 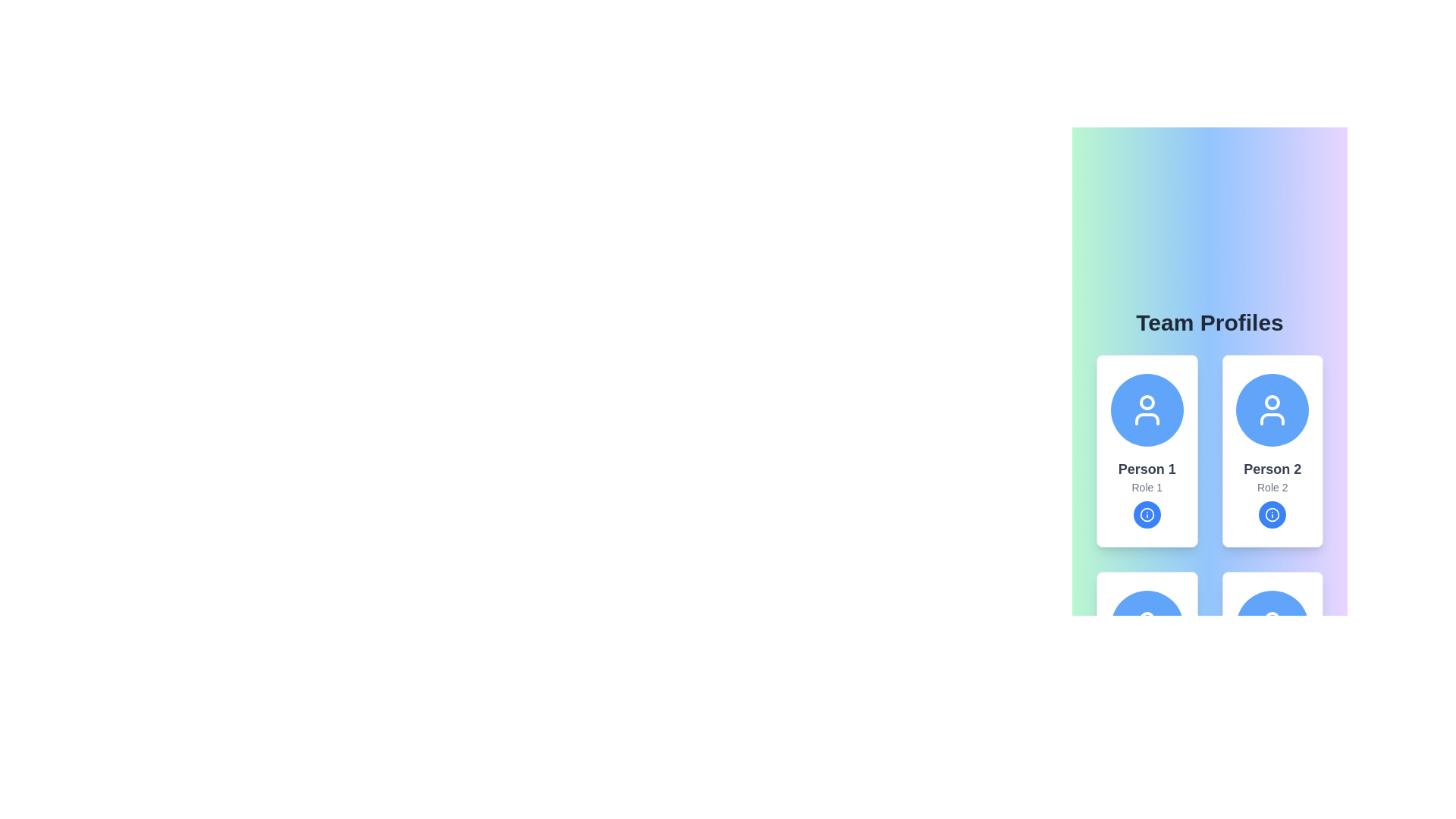 I want to click on the user icon SVG element, which is contained within a circular blue background and located in the first card of the 'Team Profiles' section, so click(x=1147, y=409).